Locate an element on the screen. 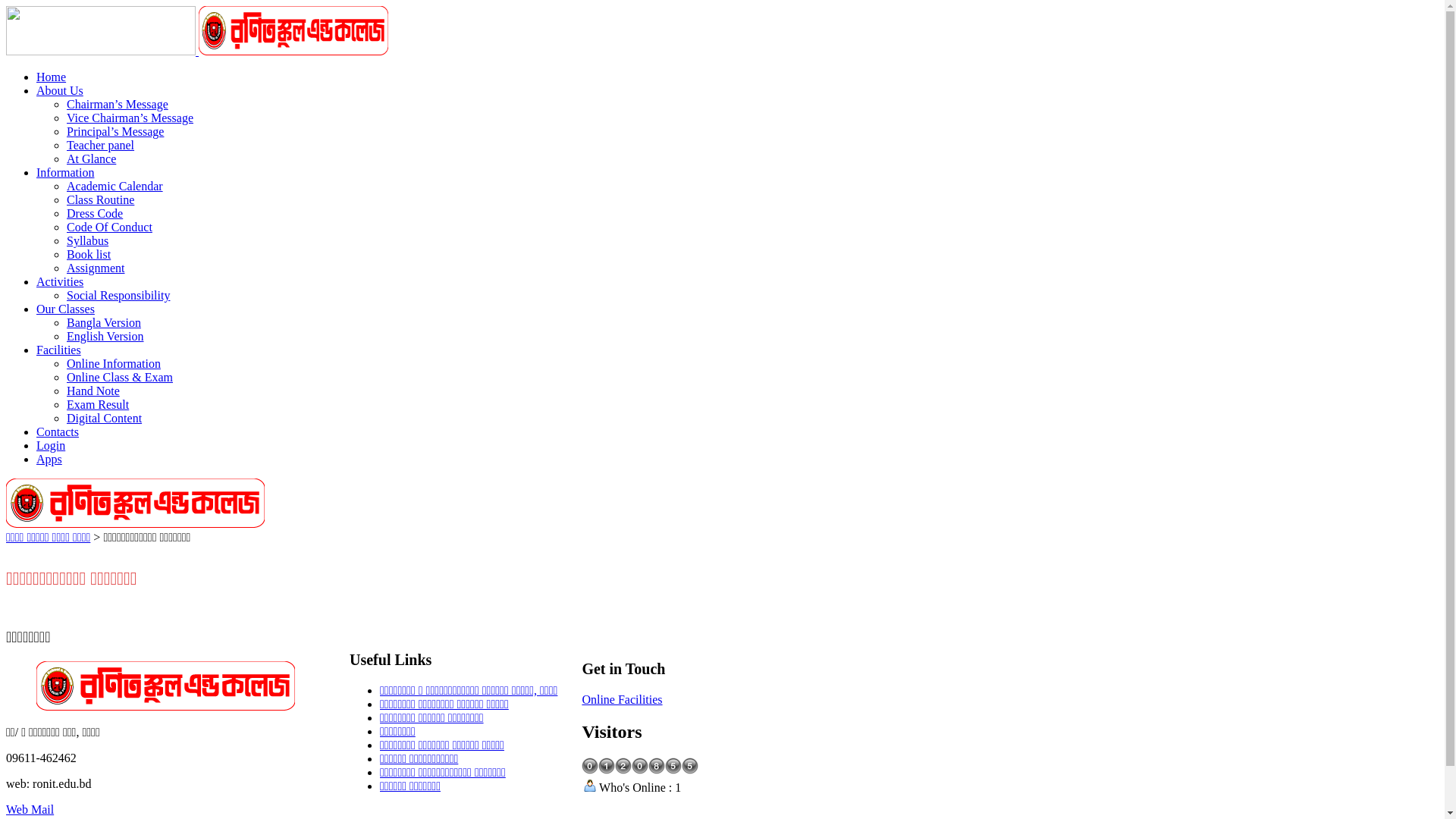  'At Glance' is located at coordinates (90, 158).